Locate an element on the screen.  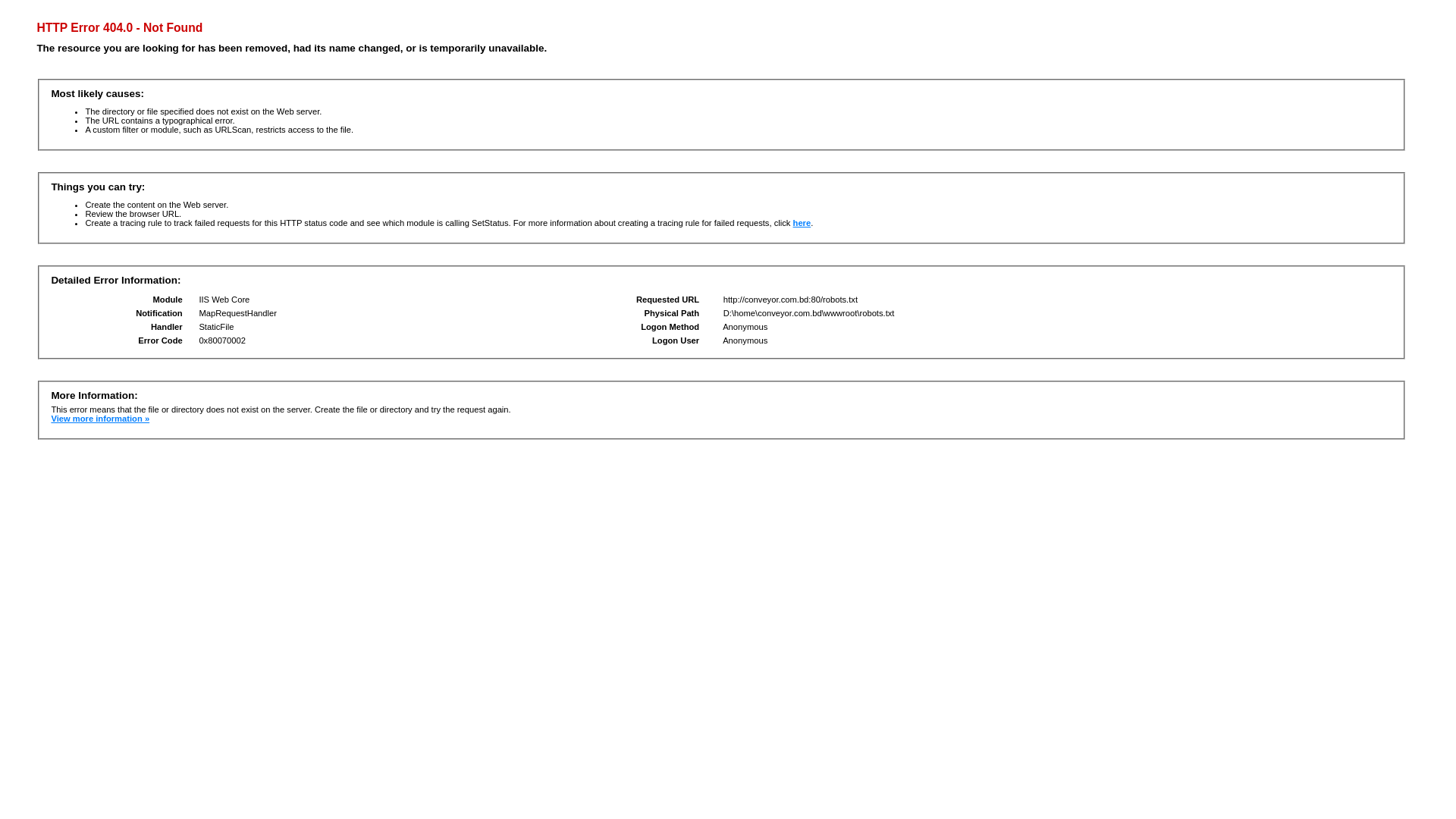
'here' is located at coordinates (792, 222).